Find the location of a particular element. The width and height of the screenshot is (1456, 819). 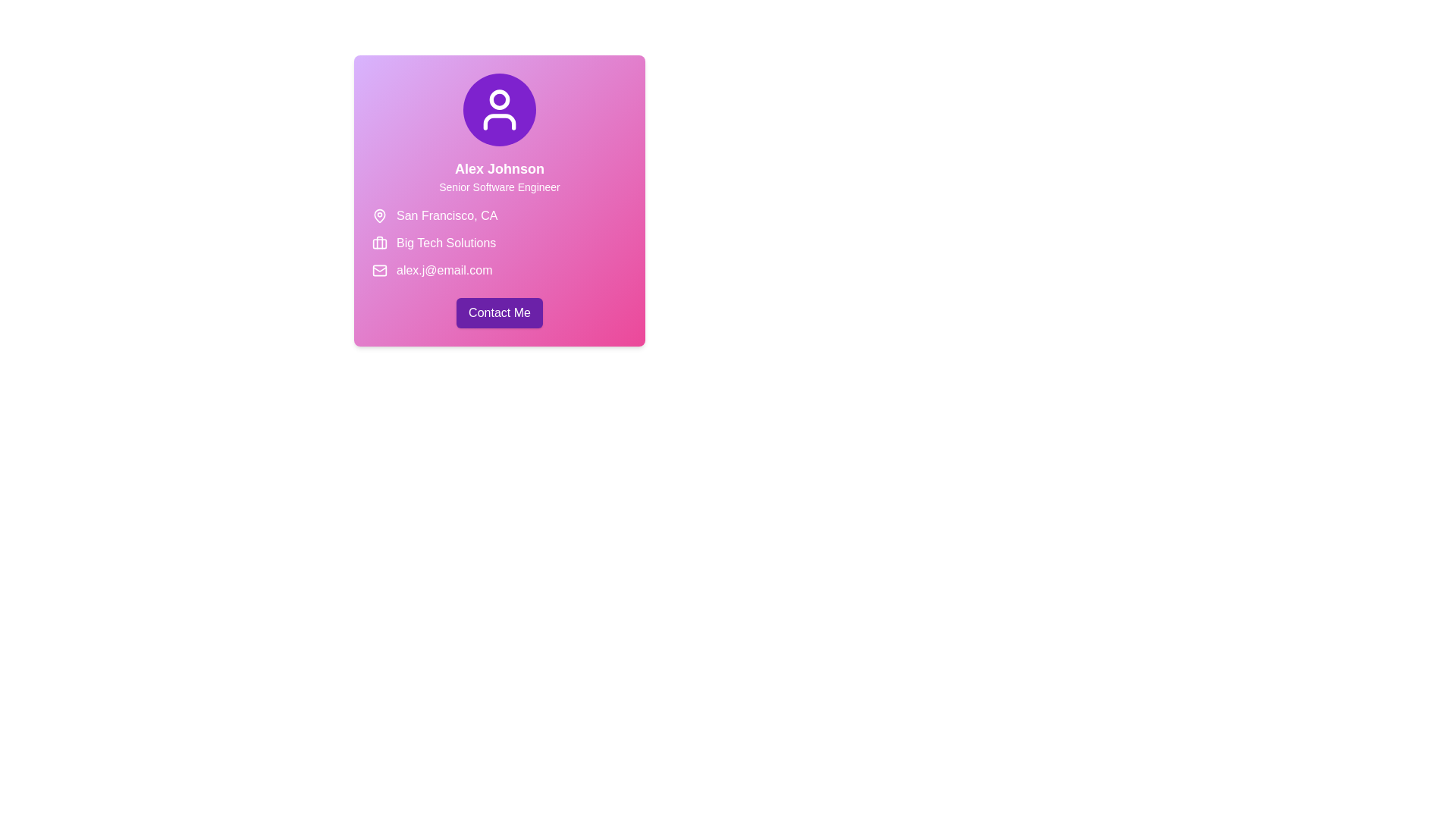

the lower rectangular part of the briefcase icon, which is a vector graphic with rounded corners and no text content is located at coordinates (379, 242).